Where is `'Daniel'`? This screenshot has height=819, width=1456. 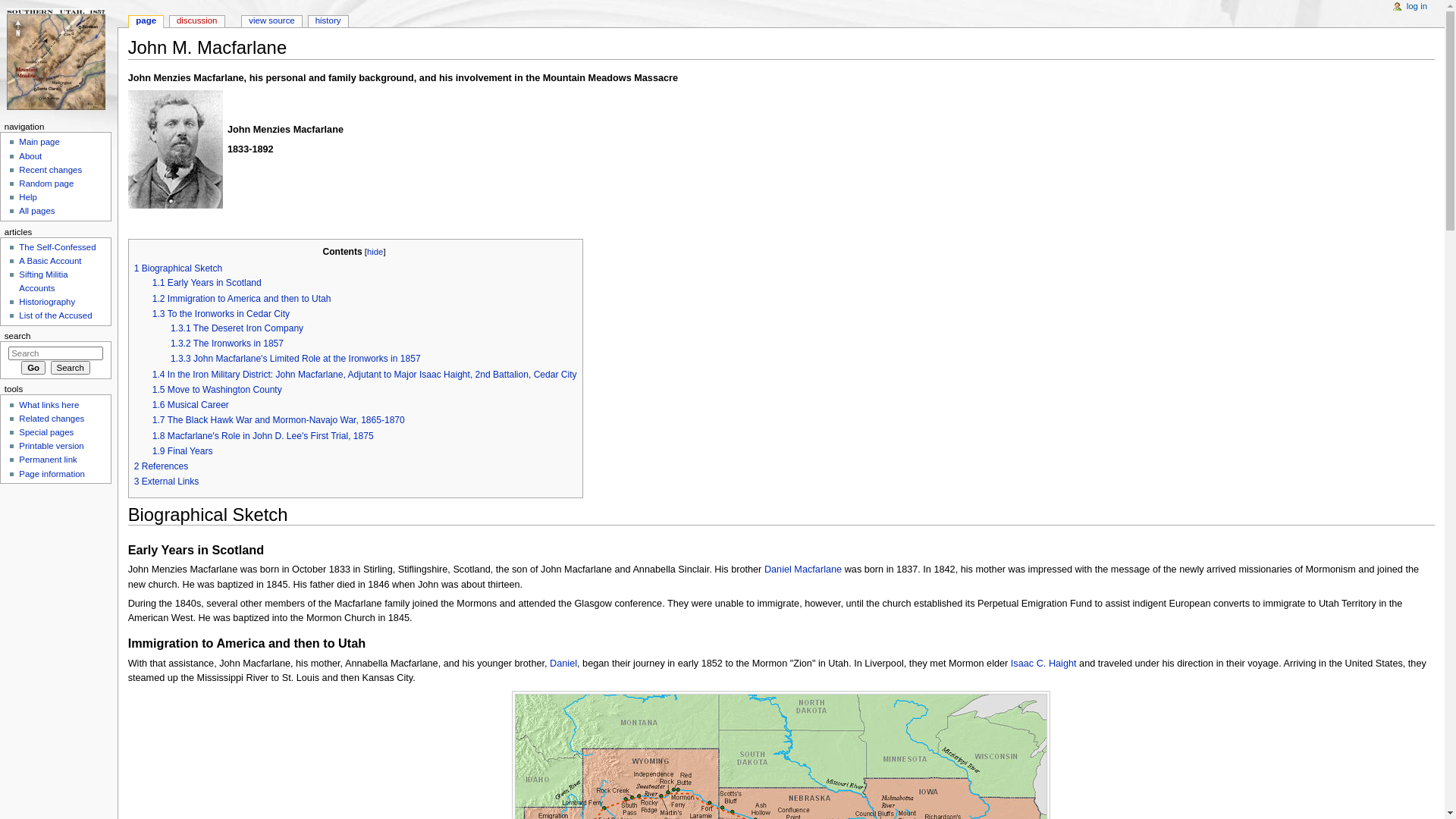 'Daniel' is located at coordinates (563, 663).